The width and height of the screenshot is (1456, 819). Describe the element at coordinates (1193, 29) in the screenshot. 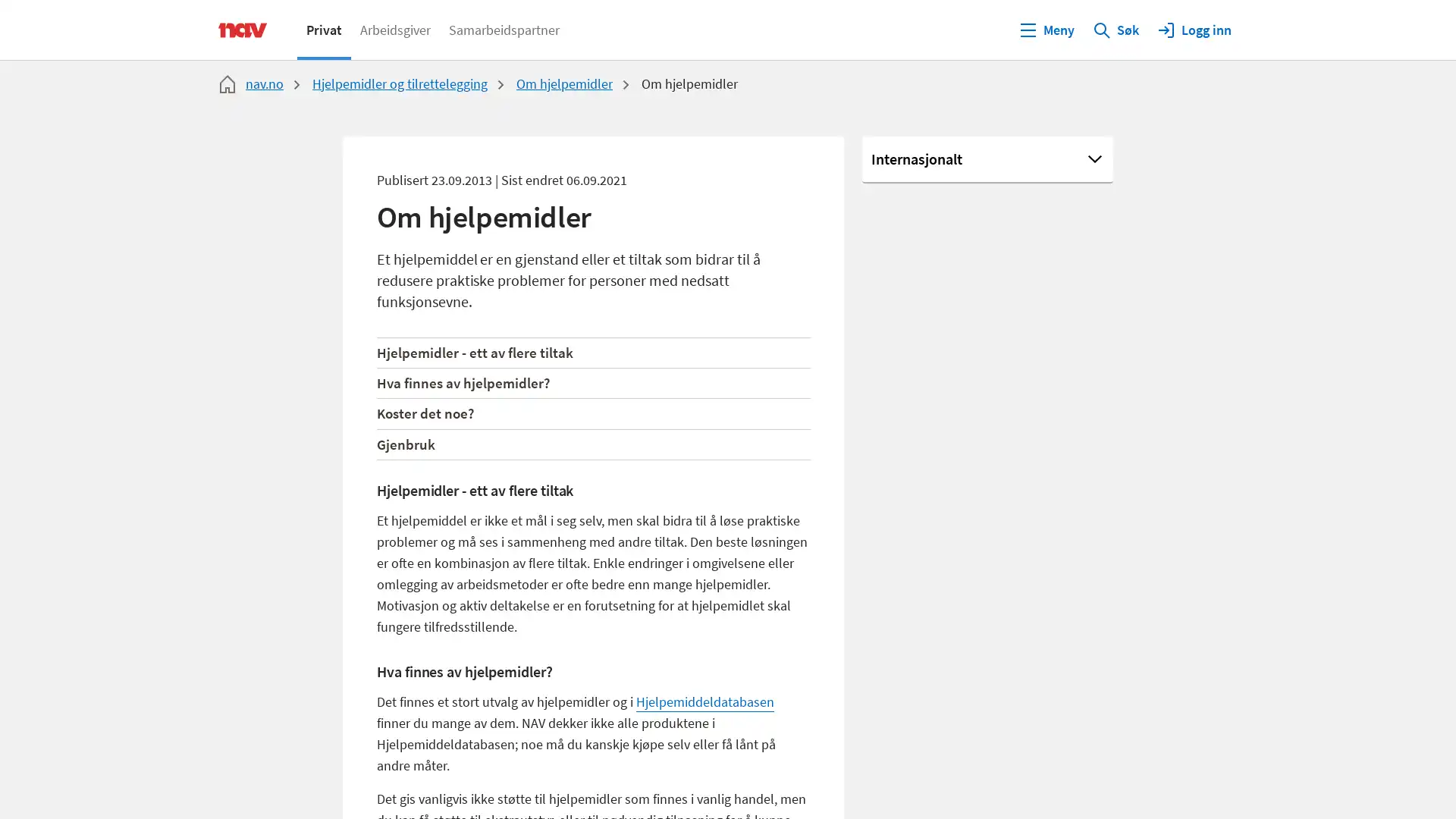

I see `Logg inn` at that location.